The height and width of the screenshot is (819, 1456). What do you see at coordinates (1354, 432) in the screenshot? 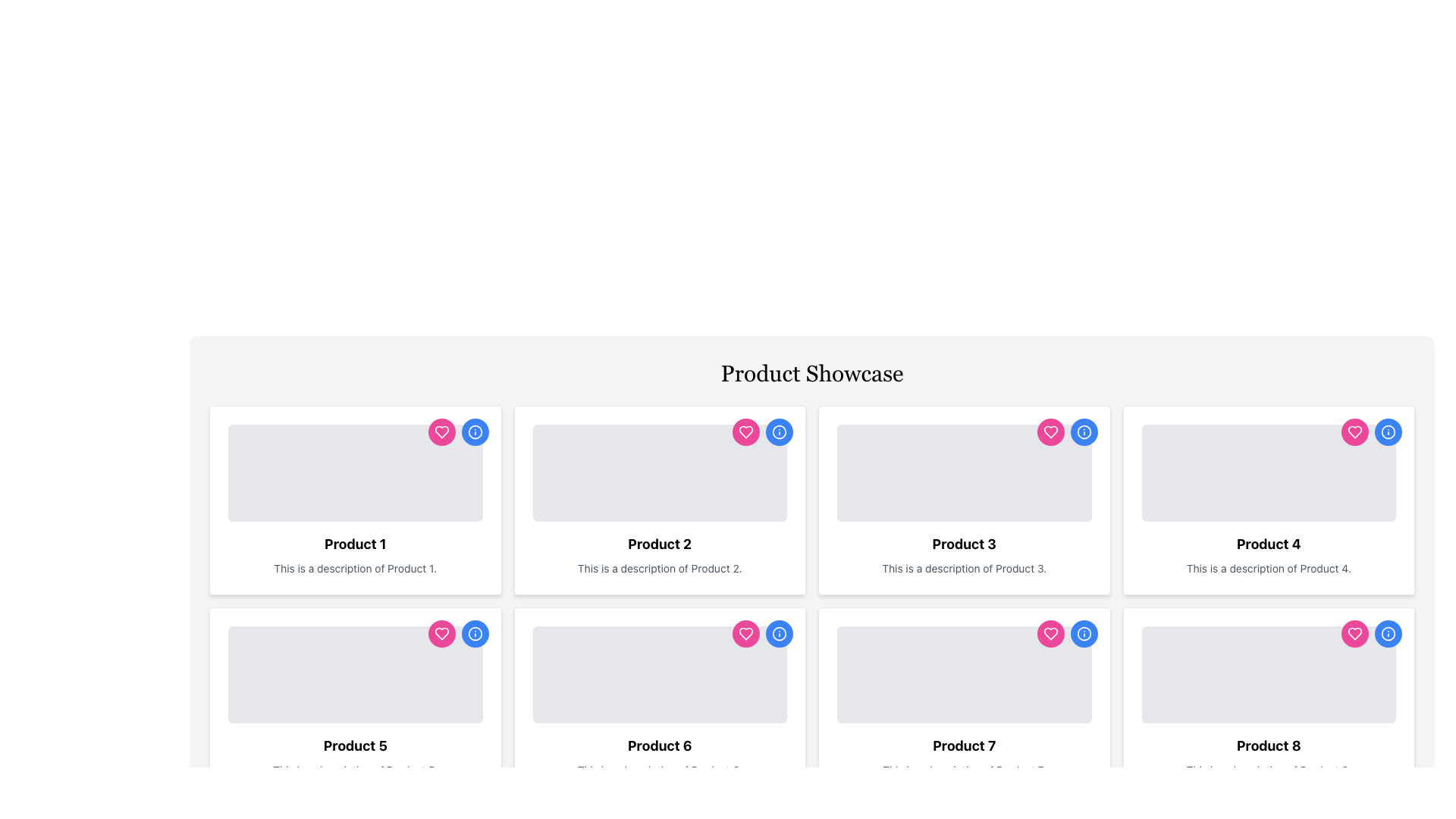
I see `the small pink heart icon with a white border located in the upper right corner of the card labeled 'Product 4' to favorite the product` at bounding box center [1354, 432].